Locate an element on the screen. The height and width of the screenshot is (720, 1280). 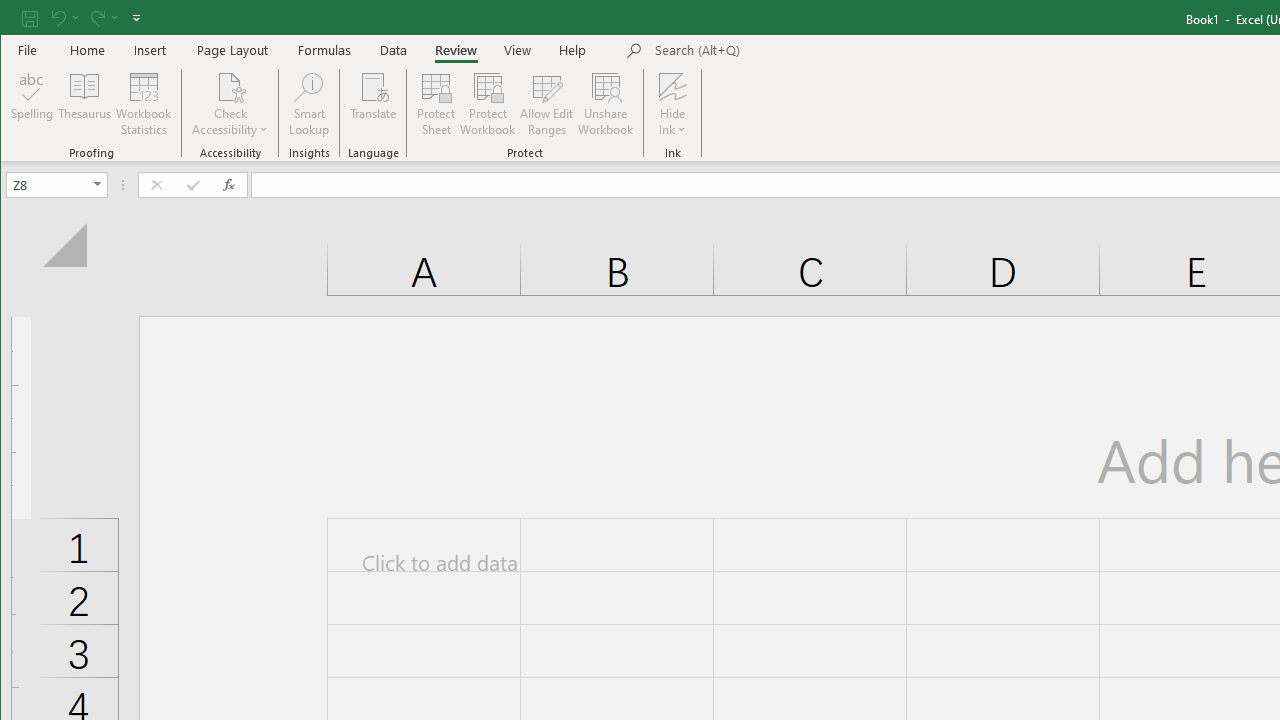
'View' is located at coordinates (518, 49).